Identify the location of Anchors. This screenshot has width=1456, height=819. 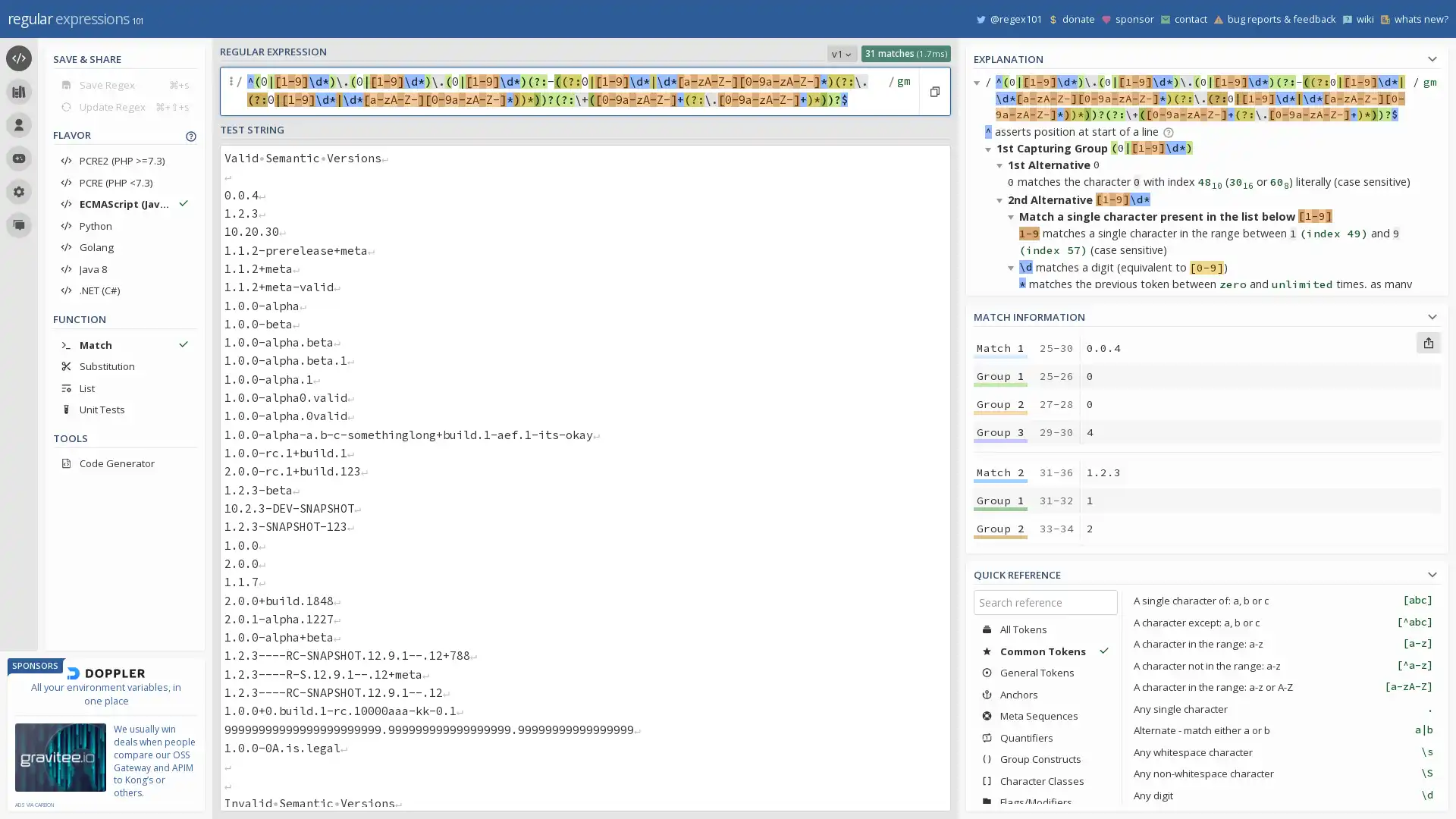
(1044, 694).